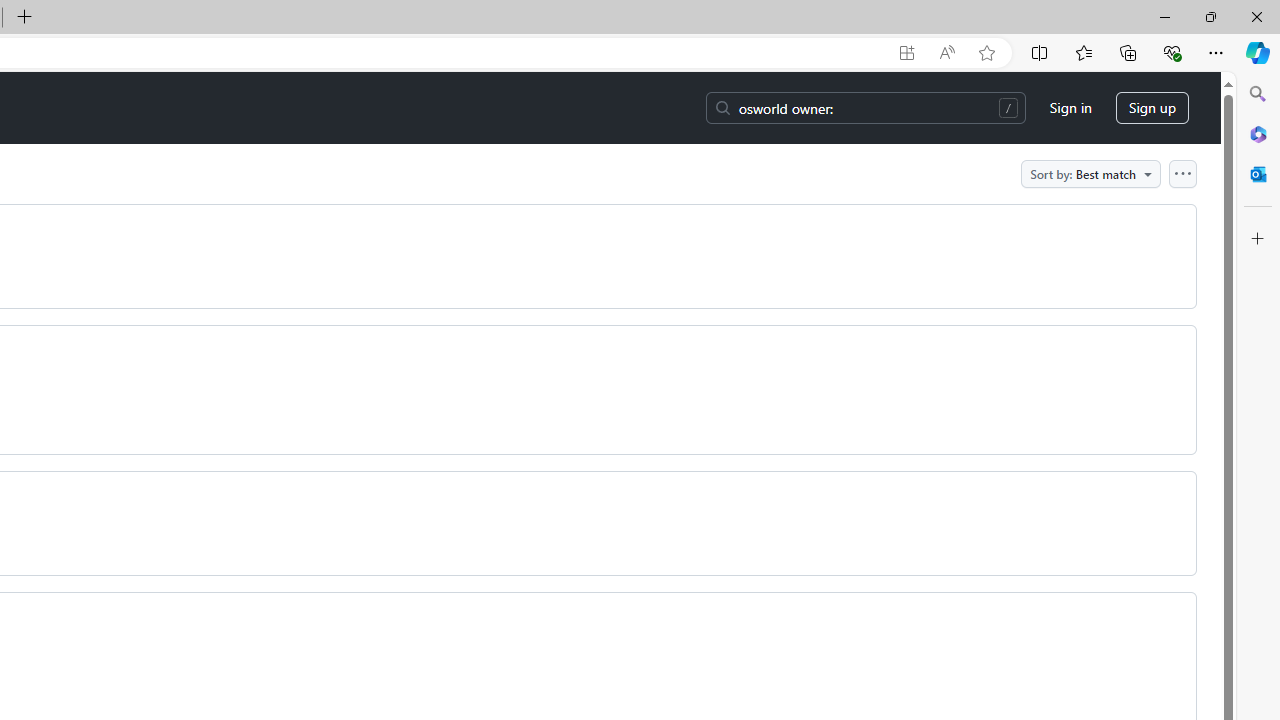 The height and width of the screenshot is (720, 1280). Describe the element at coordinates (1090, 172) in the screenshot. I see `'Sort by: Best match'` at that location.